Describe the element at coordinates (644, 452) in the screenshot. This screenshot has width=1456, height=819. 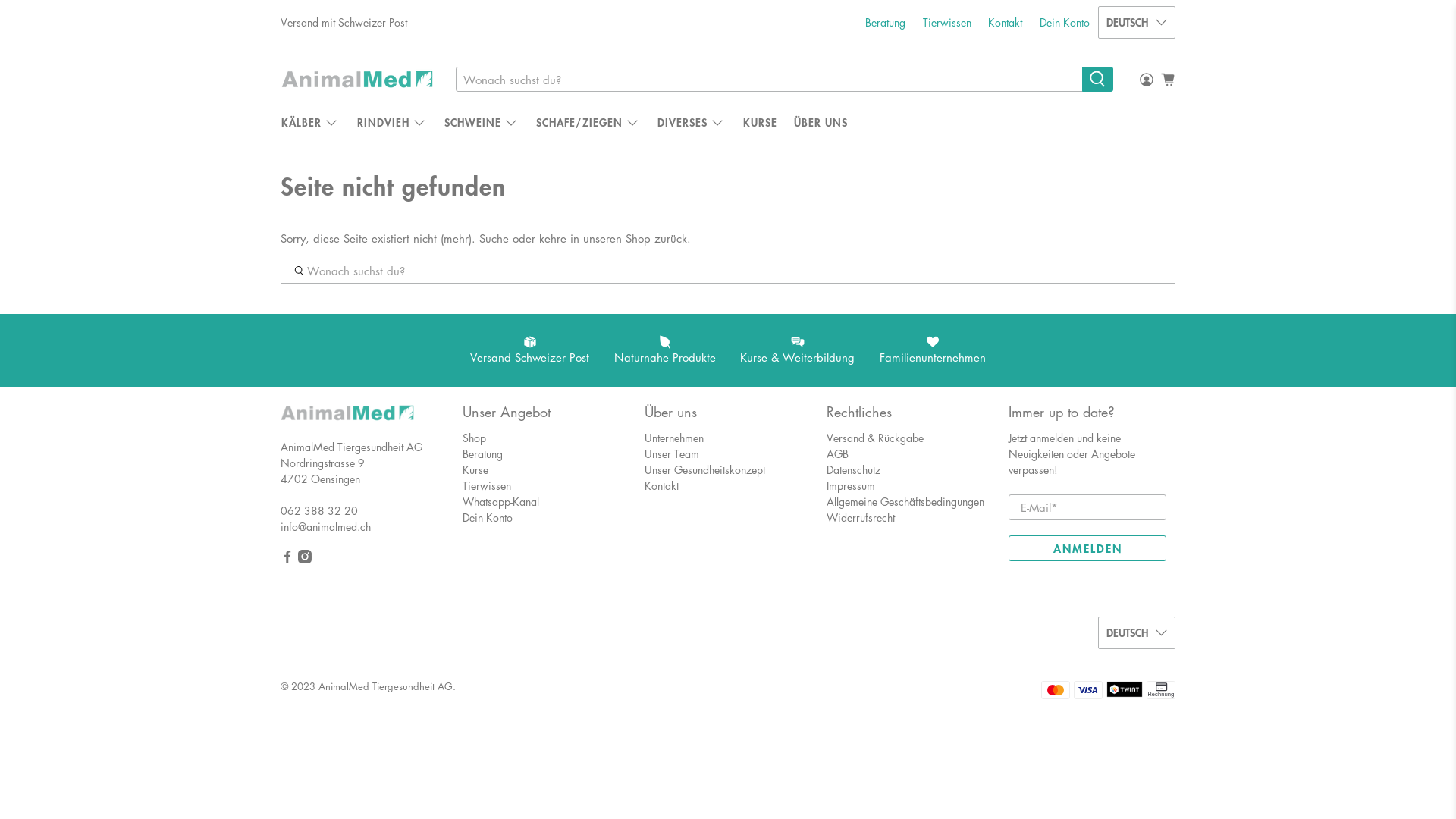
I see `'Unser Team'` at that location.